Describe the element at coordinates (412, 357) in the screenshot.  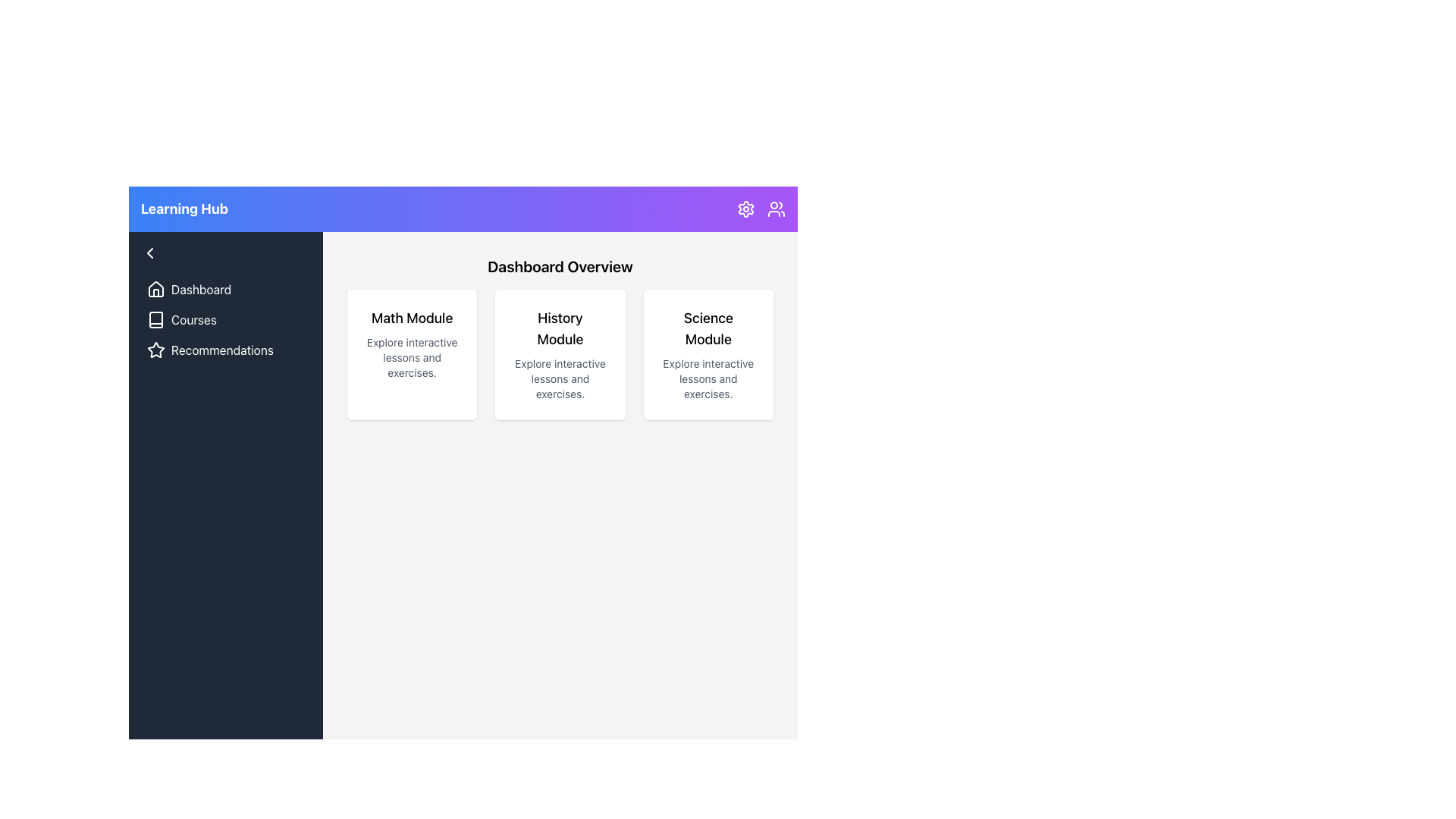
I see `text from the Text Label that displays 'Explore interactive lessons and exercises.' located below the 'Math Module' title in the white card interface` at that location.